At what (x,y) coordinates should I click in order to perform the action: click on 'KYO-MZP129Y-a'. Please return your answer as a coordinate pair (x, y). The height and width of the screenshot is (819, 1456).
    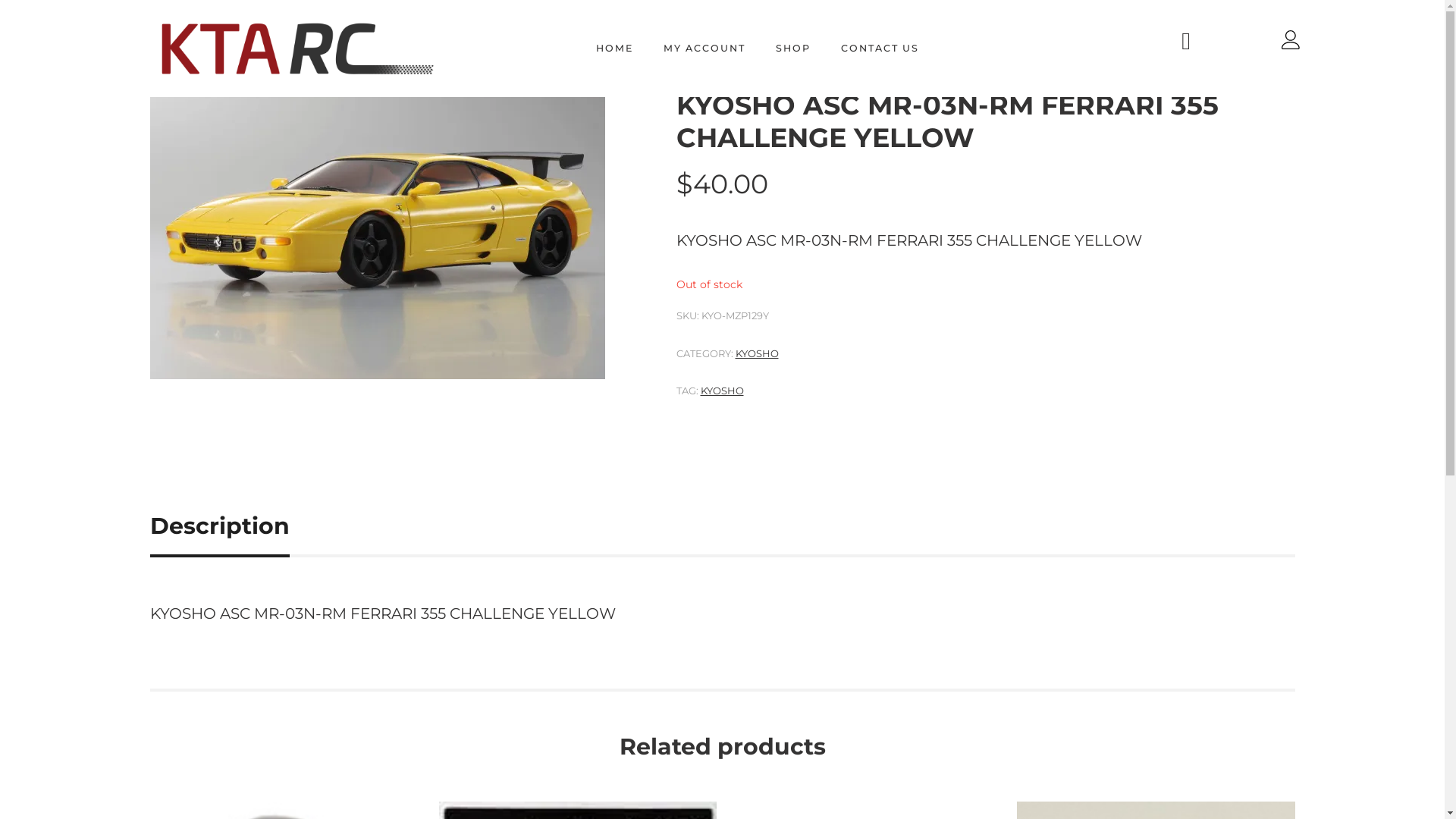
    Looking at the image, I should click on (378, 208).